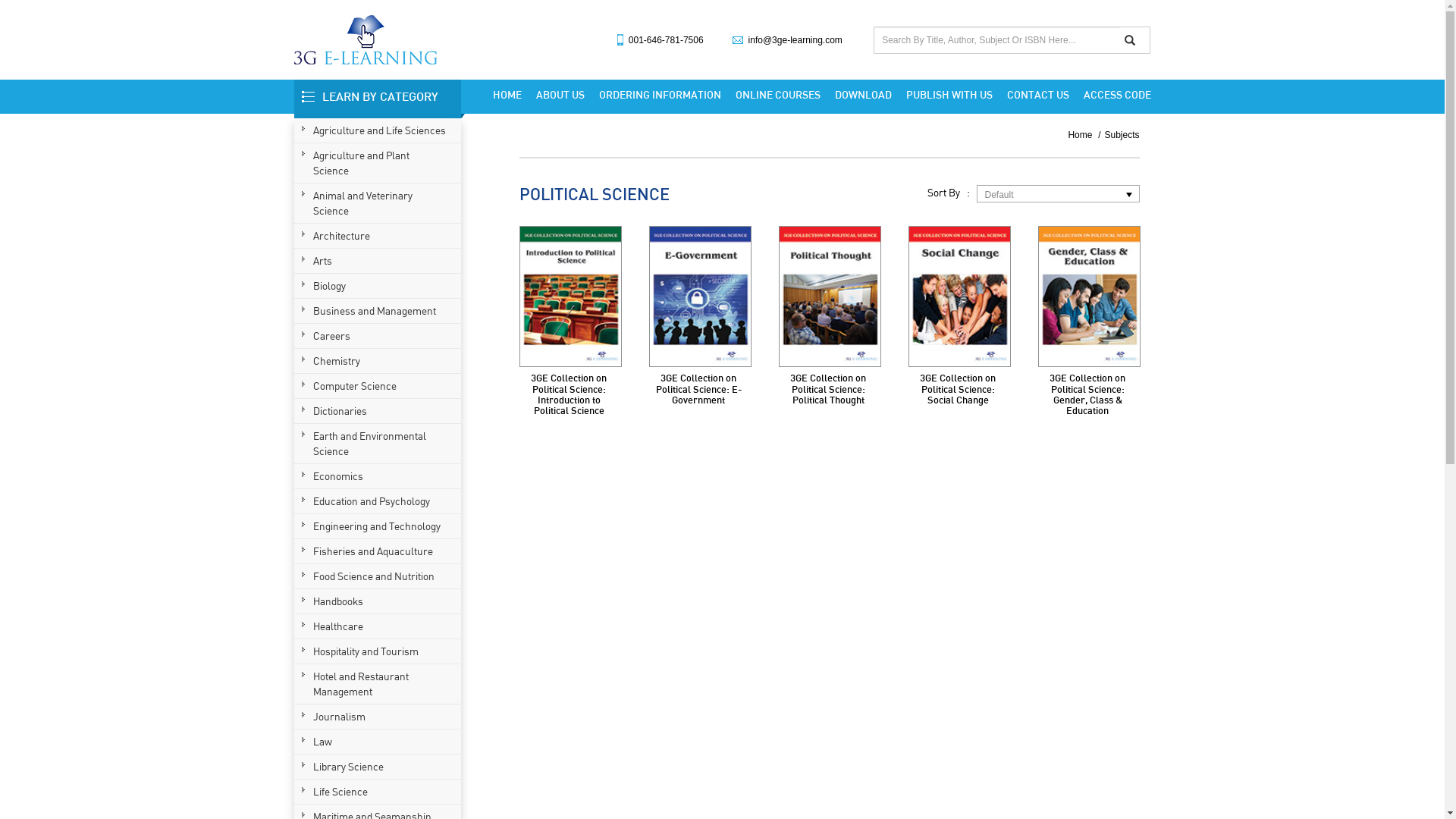  I want to click on 'Earth and Environmental Science', so click(297, 444).